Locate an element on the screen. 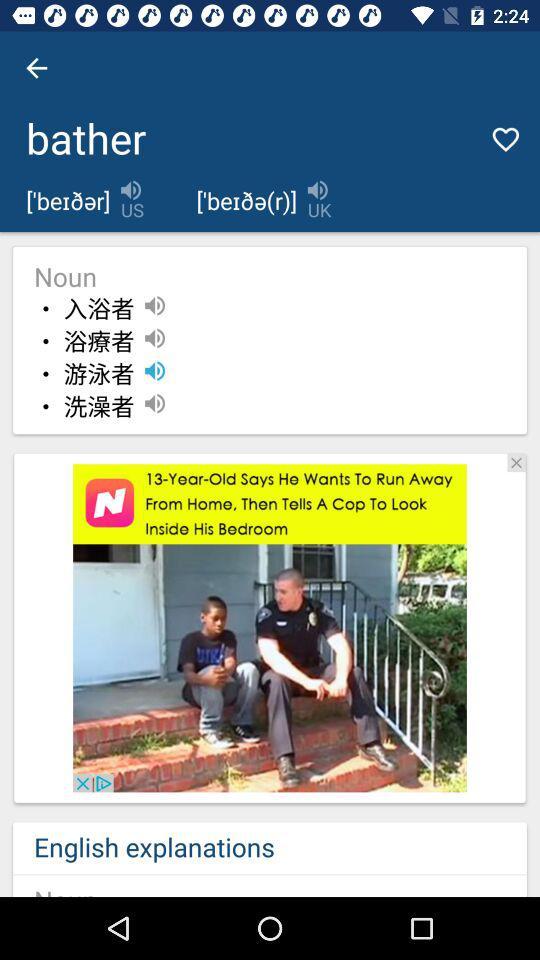 Image resolution: width=540 pixels, height=960 pixels. advertisement page is located at coordinates (270, 627).